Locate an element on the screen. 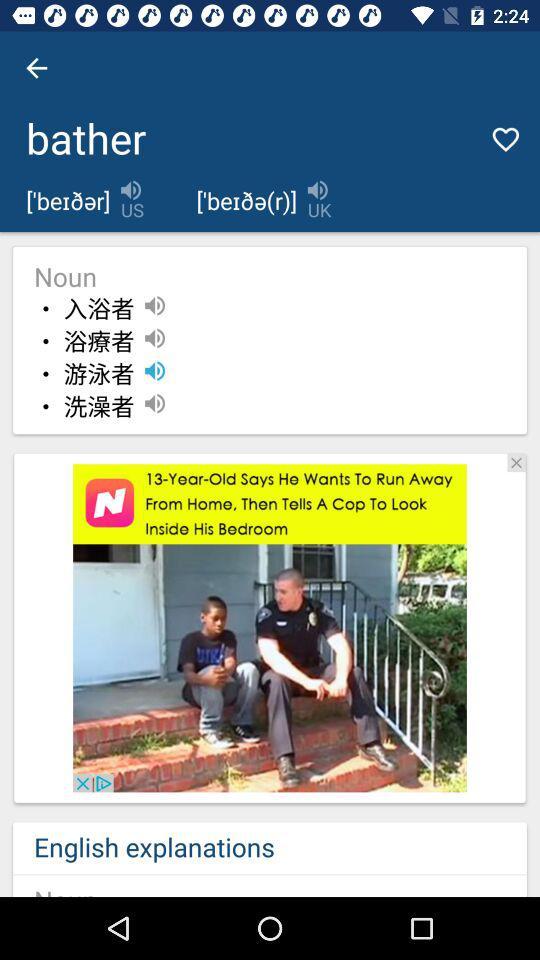 Image resolution: width=540 pixels, height=960 pixels. advertisement page is located at coordinates (270, 627).